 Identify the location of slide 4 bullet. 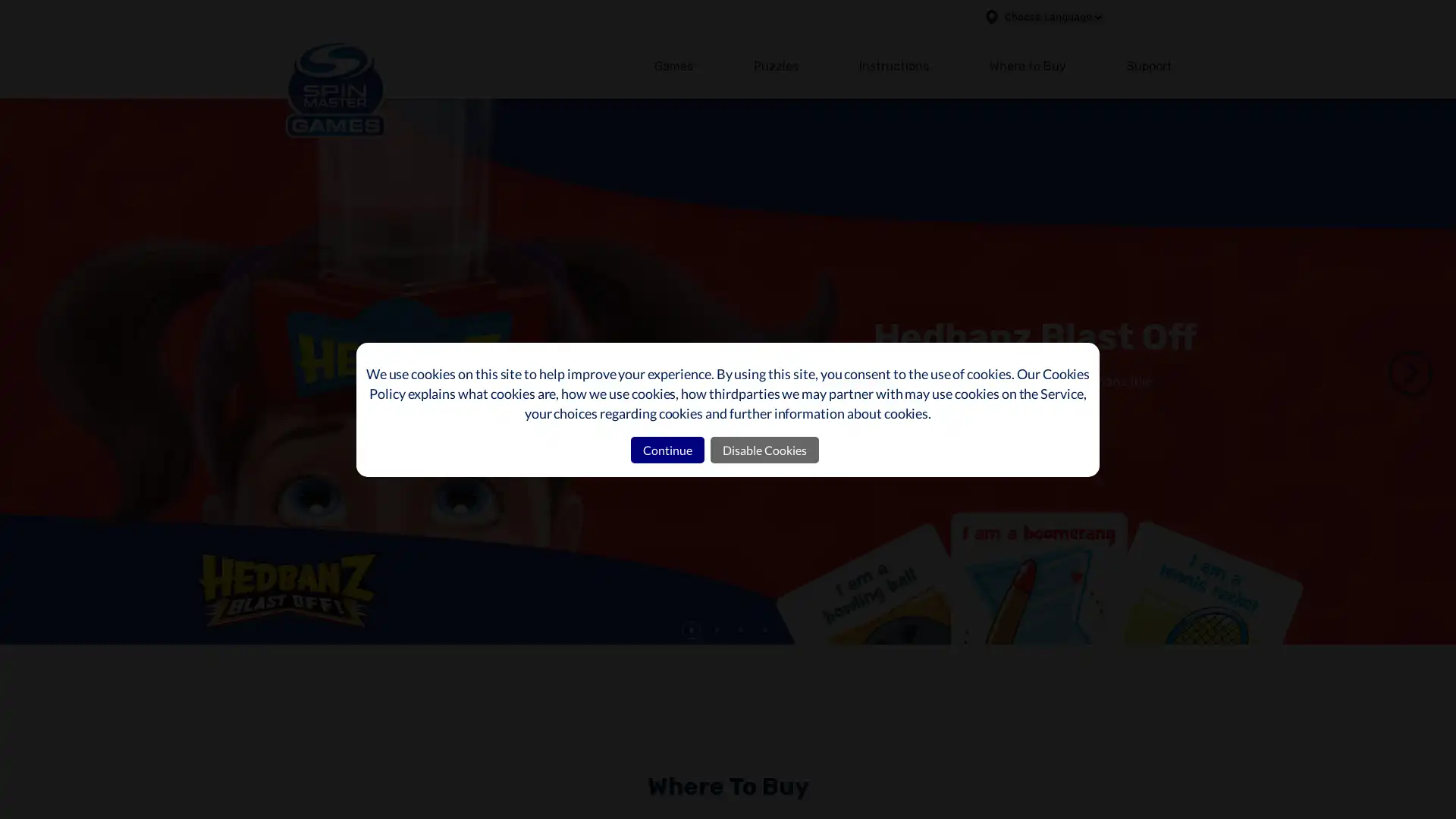
(764, 629).